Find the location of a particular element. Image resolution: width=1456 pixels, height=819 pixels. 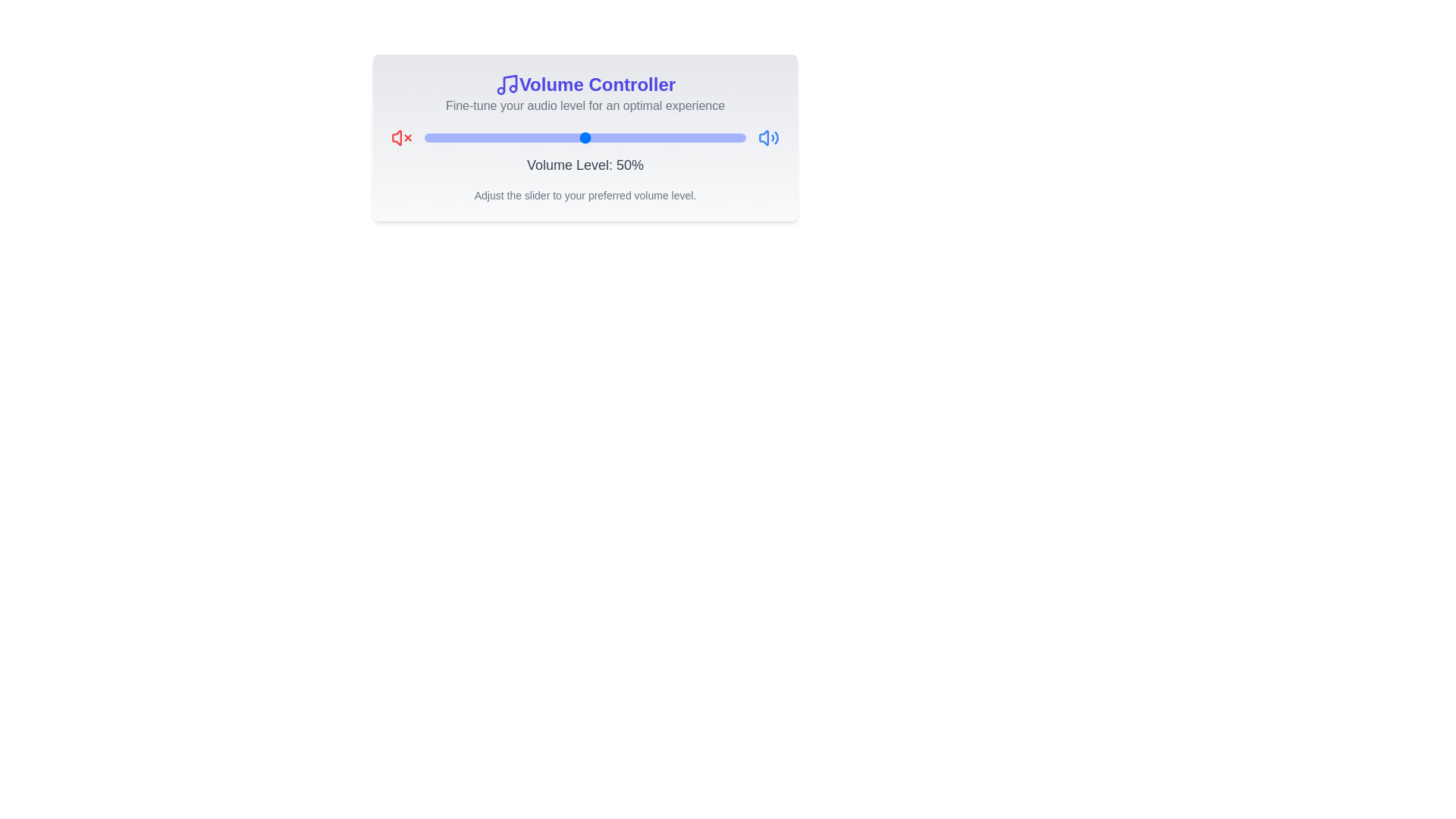

the mute icon to interpret its purpose is located at coordinates (401, 137).